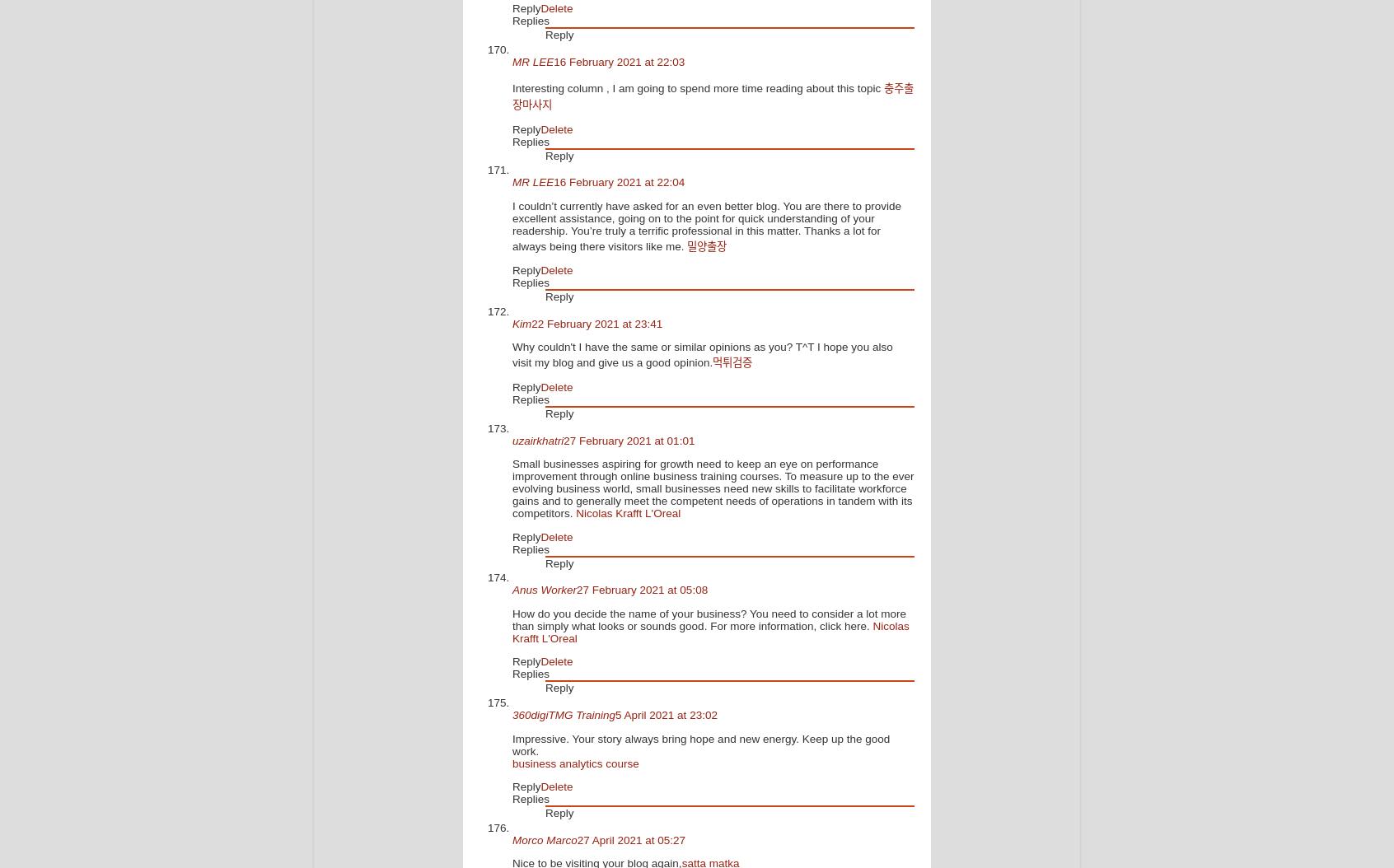  What do you see at coordinates (618, 182) in the screenshot?
I see `'16 February 2021 at 22:04'` at bounding box center [618, 182].